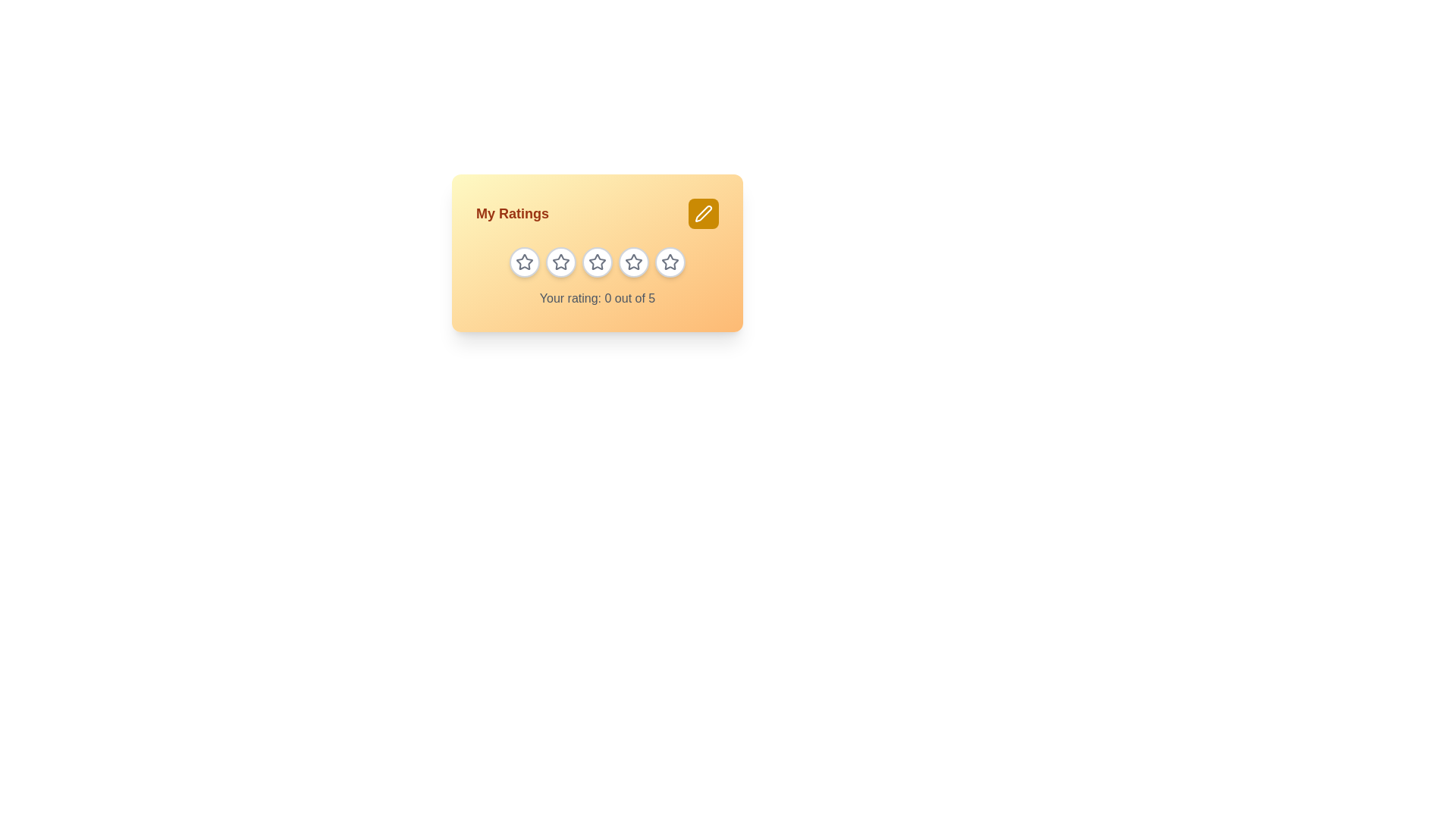 The image size is (1456, 819). Describe the element at coordinates (702, 213) in the screenshot. I see `the edit button located in the top-right corner of the 'My Ratings' section` at that location.